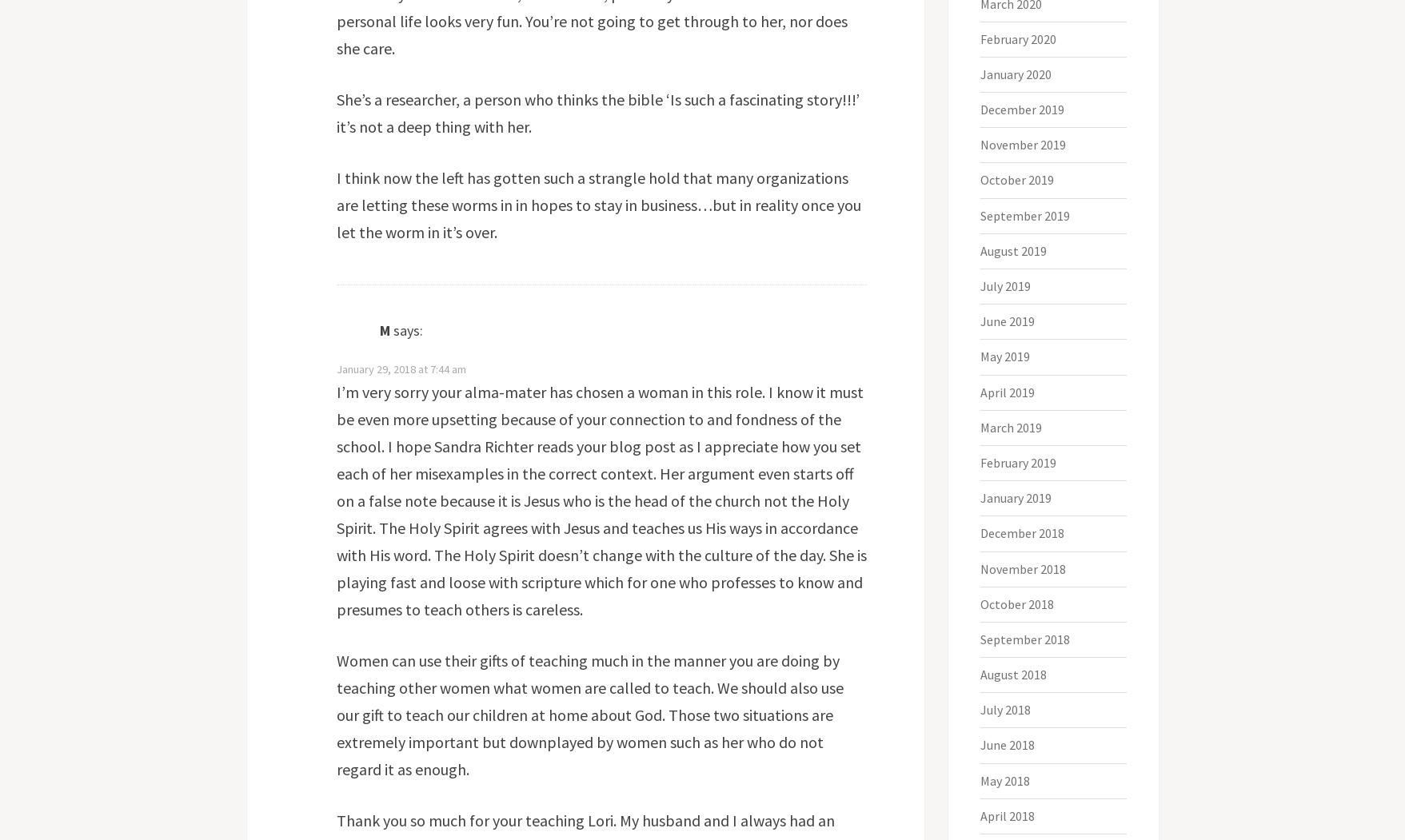 The width and height of the screenshot is (1405, 840). What do you see at coordinates (980, 38) in the screenshot?
I see `'February 2020'` at bounding box center [980, 38].